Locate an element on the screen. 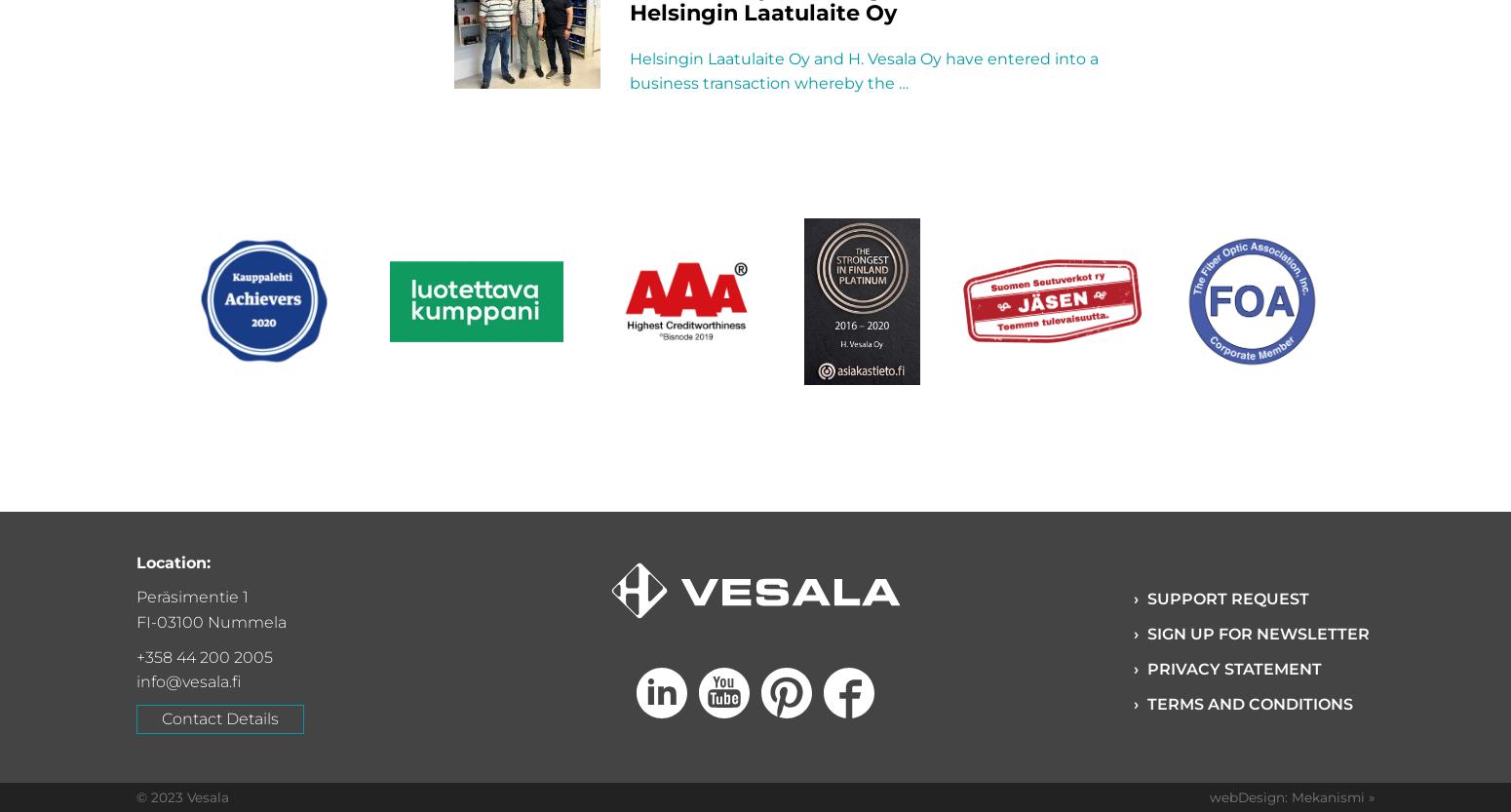  'Sign up for Newsletter' is located at coordinates (1145, 633).